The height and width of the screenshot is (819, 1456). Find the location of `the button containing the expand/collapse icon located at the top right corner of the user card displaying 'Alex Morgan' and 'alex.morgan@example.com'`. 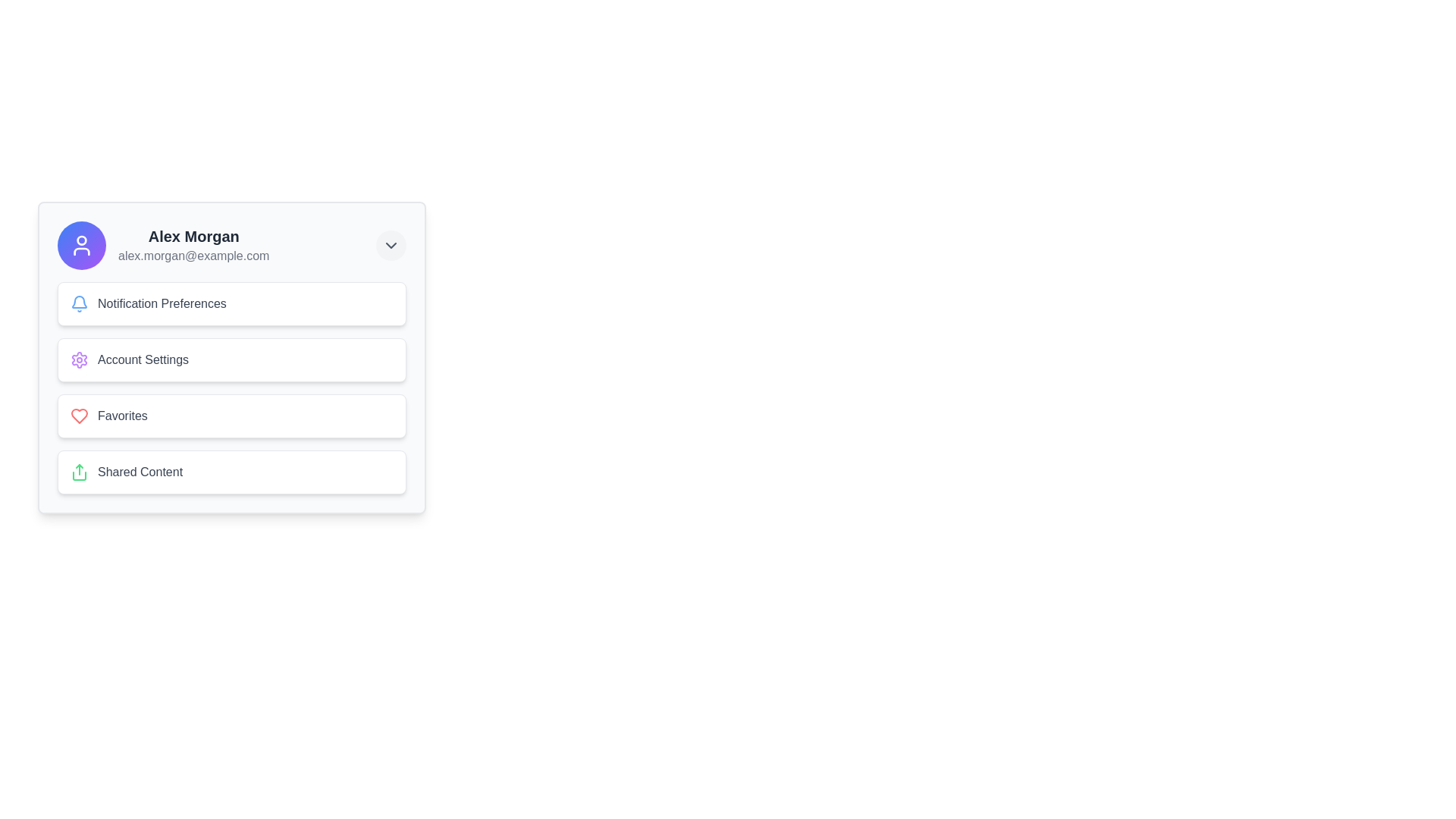

the button containing the expand/collapse icon located at the top right corner of the user card displaying 'Alex Morgan' and 'alex.morgan@example.com' is located at coordinates (391, 245).